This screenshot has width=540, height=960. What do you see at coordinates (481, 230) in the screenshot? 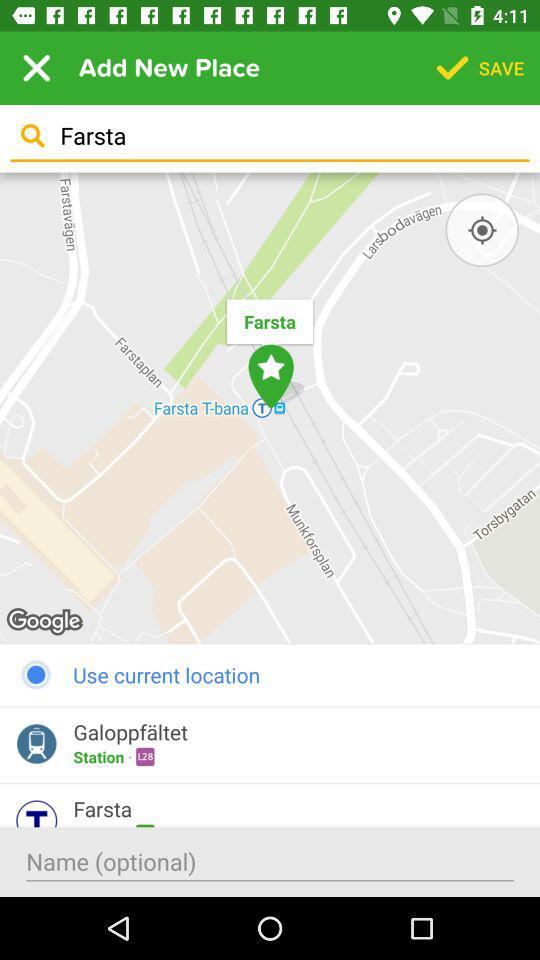
I see `track location` at bounding box center [481, 230].